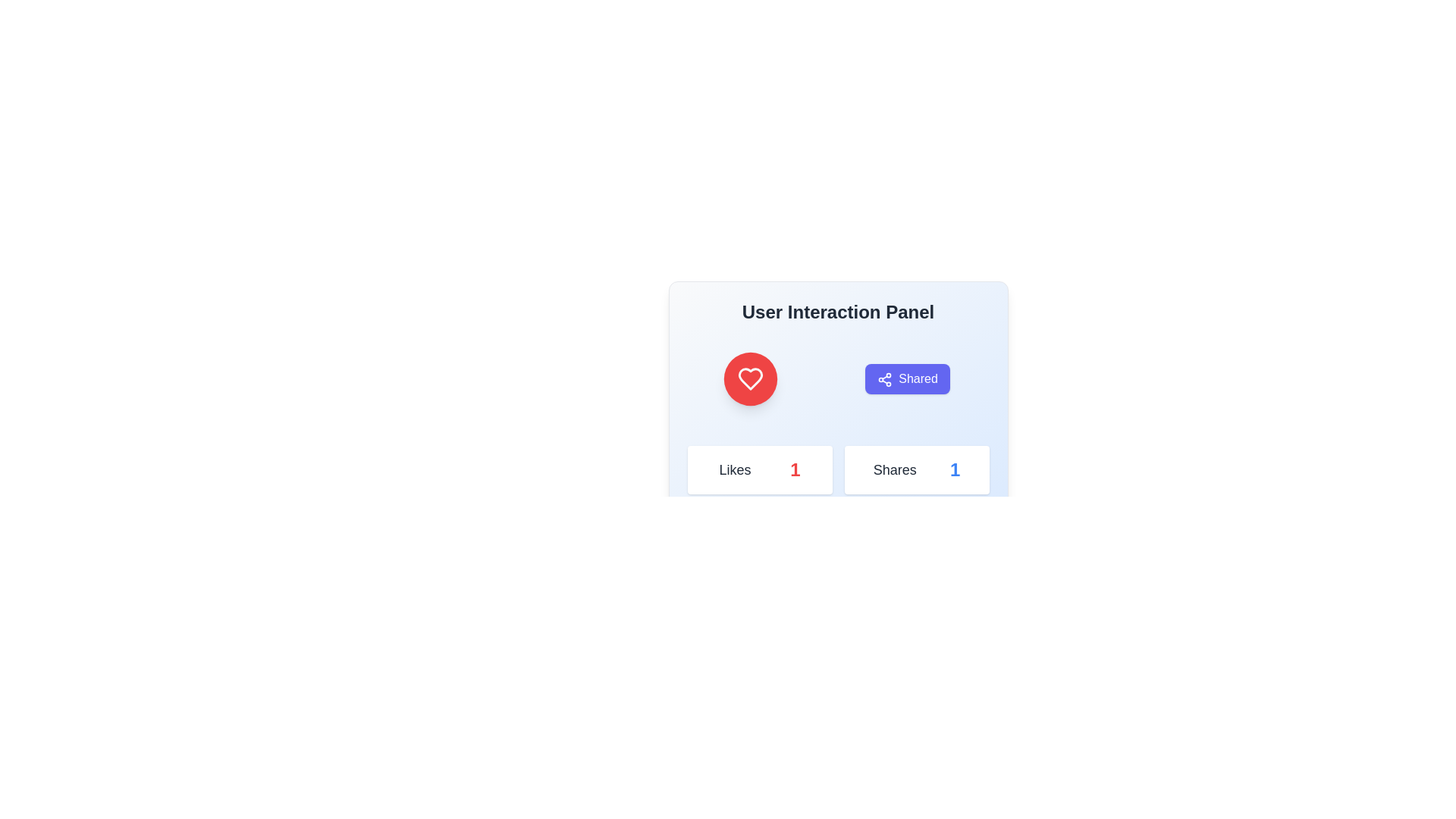 The image size is (1456, 819). What do you see at coordinates (885, 378) in the screenshot?
I see `the share icon within the 'Shared' button, which is represented by three dots connected by lines and has a white color on a purple background` at bounding box center [885, 378].